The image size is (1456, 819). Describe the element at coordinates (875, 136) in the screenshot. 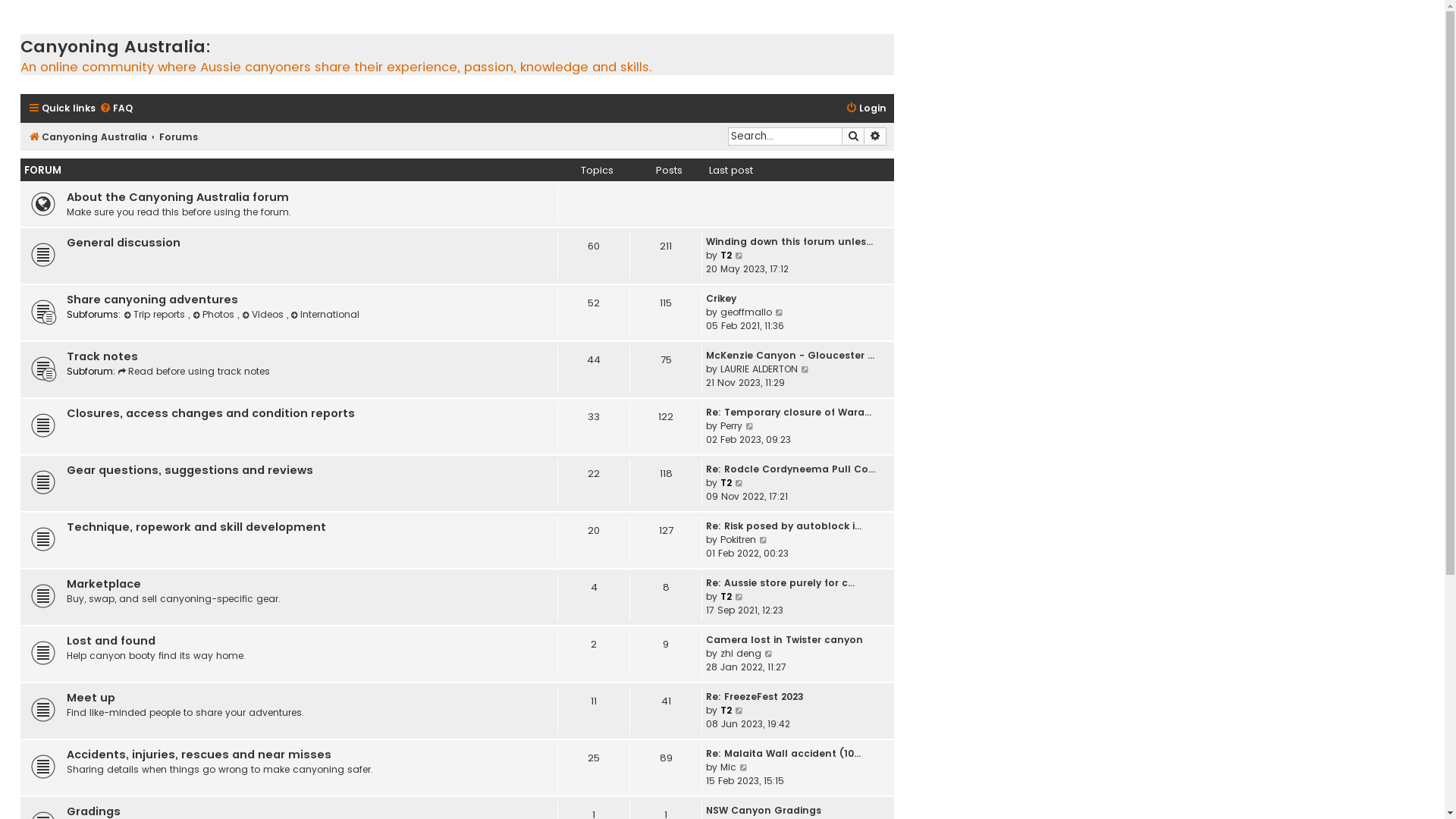

I see `'Advanced search'` at that location.